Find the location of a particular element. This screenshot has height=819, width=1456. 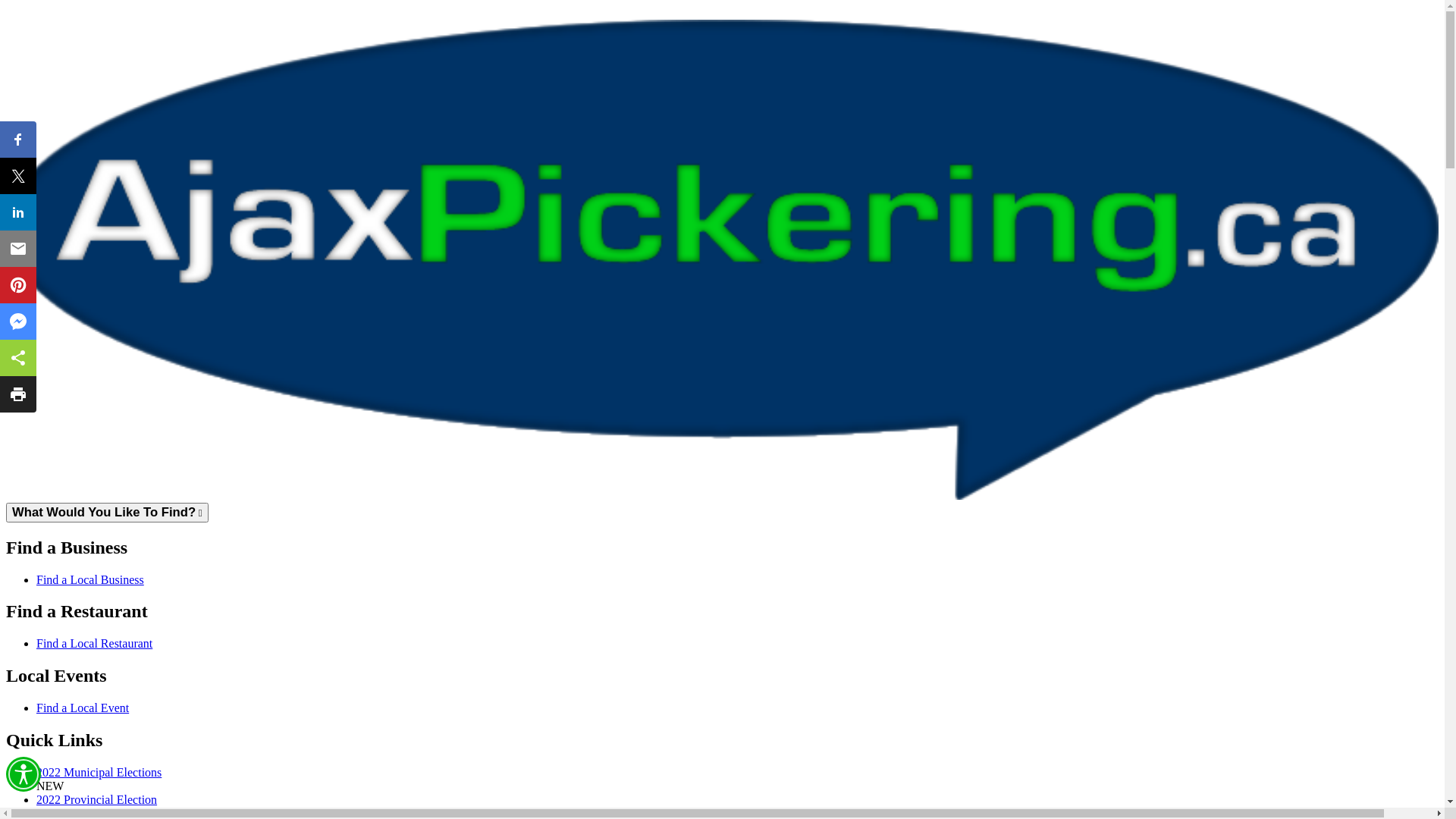

'Find a Local Restaurant' is located at coordinates (93, 643).